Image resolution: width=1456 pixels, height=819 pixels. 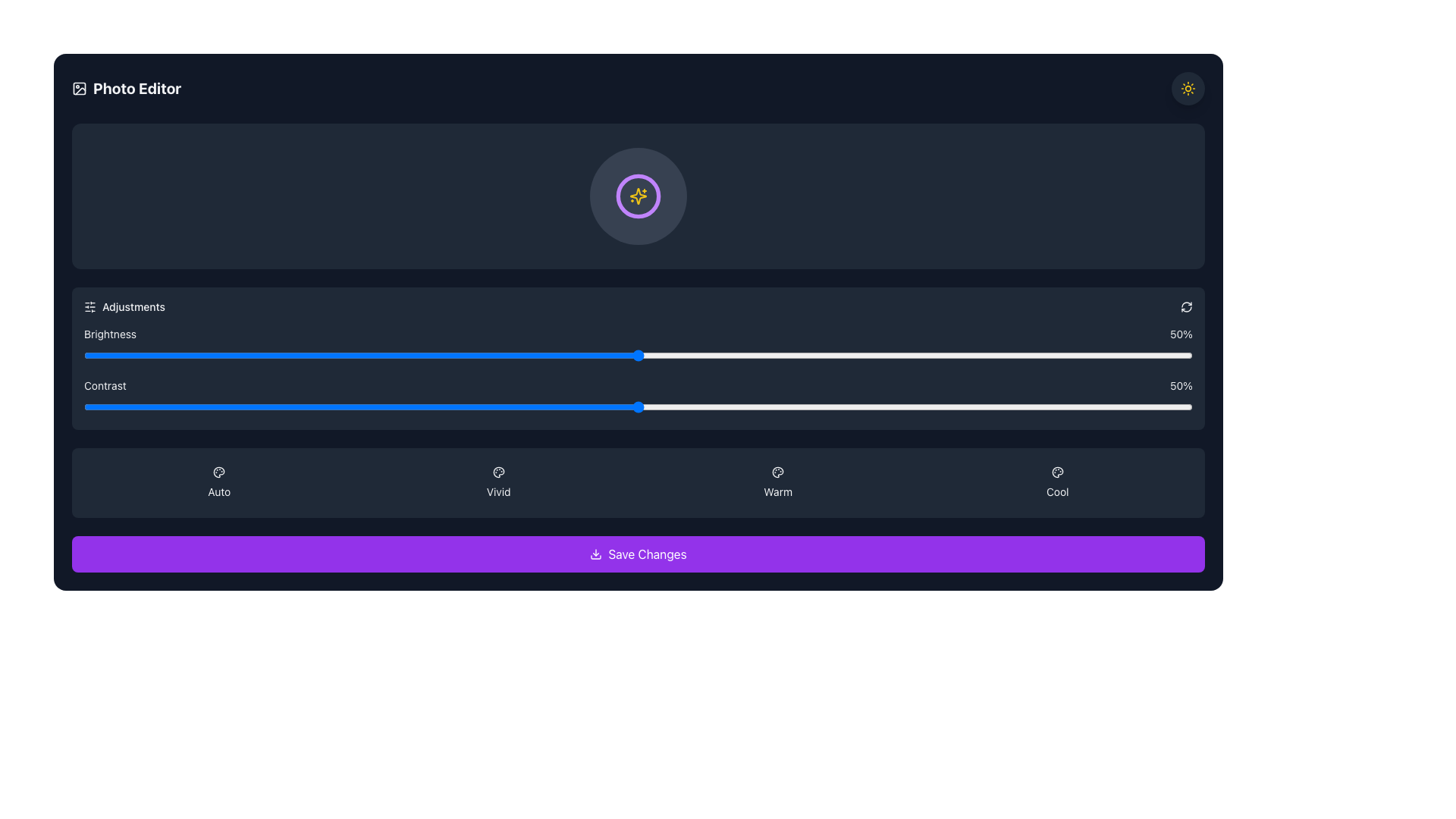 I want to click on contrast, so click(x=783, y=406).